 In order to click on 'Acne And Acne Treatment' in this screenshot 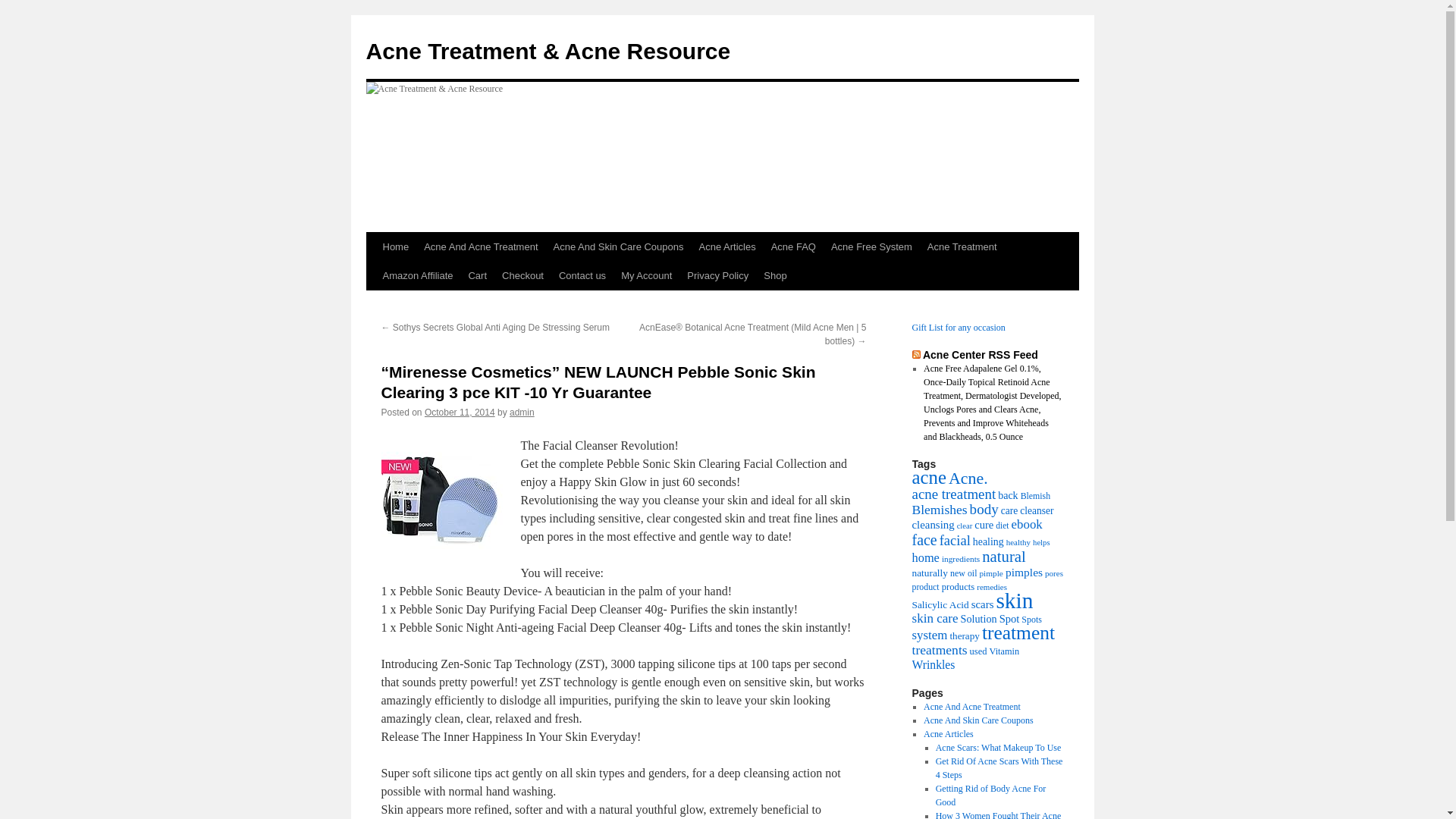, I will do `click(971, 707)`.